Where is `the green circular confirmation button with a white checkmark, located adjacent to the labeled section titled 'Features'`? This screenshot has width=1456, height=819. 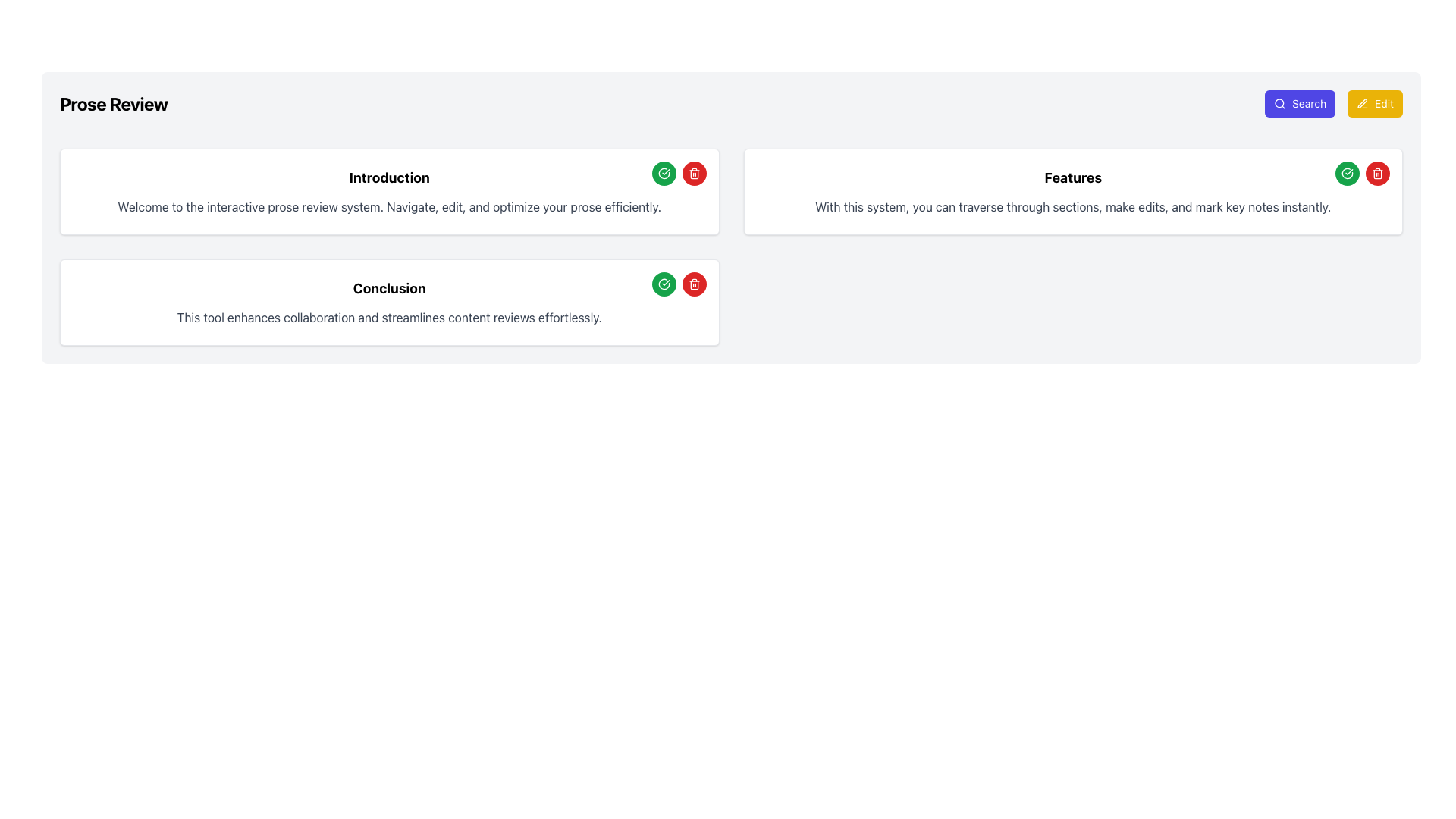
the green circular confirmation button with a white checkmark, located adjacent to the labeled section titled 'Features' is located at coordinates (1347, 172).